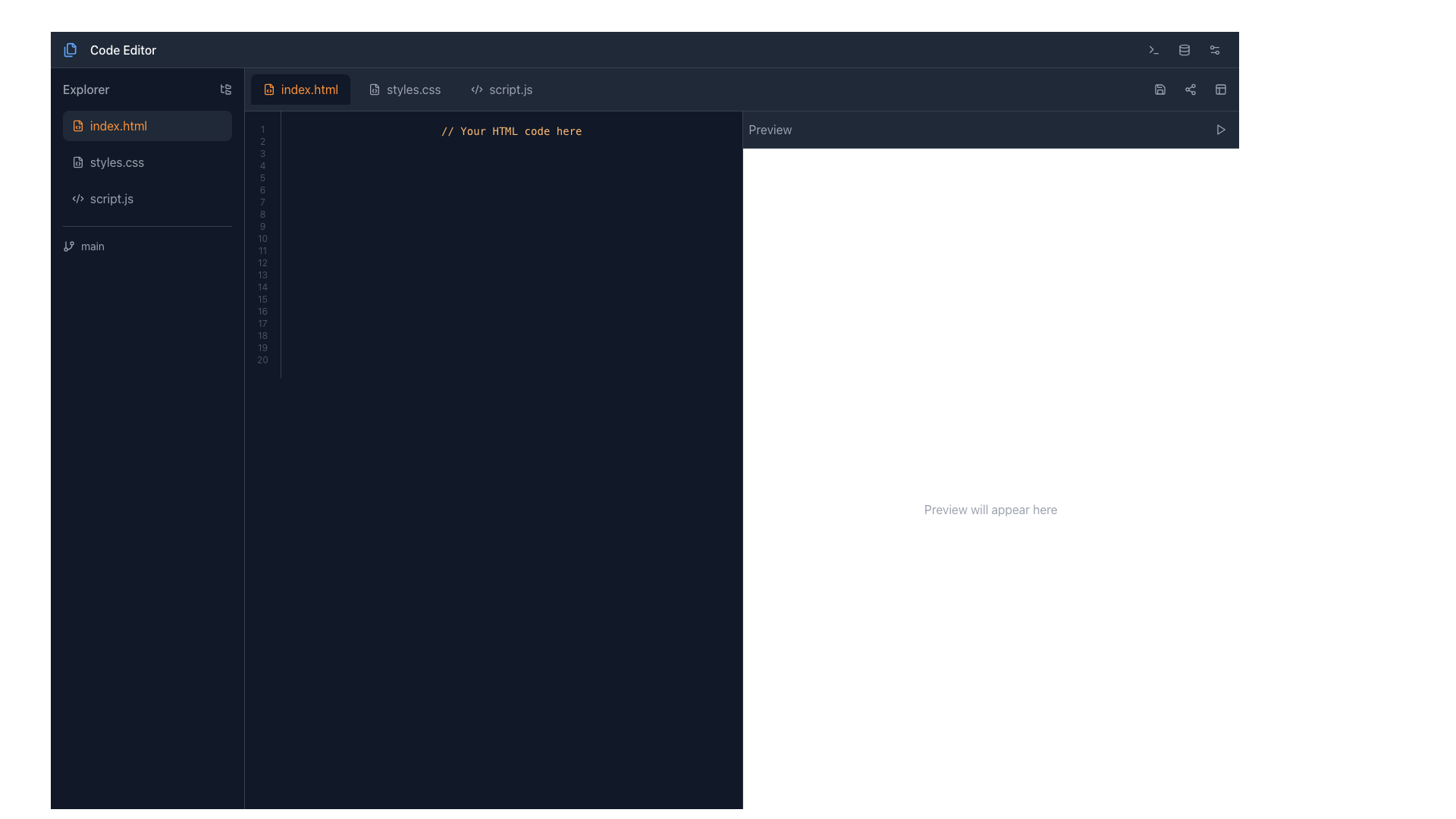 This screenshot has height=819, width=1456. Describe the element at coordinates (262, 239) in the screenshot. I see `the line number indicator, which is the 10th entry in a vertical list of numbers used for referencing lines in a text editor` at that location.